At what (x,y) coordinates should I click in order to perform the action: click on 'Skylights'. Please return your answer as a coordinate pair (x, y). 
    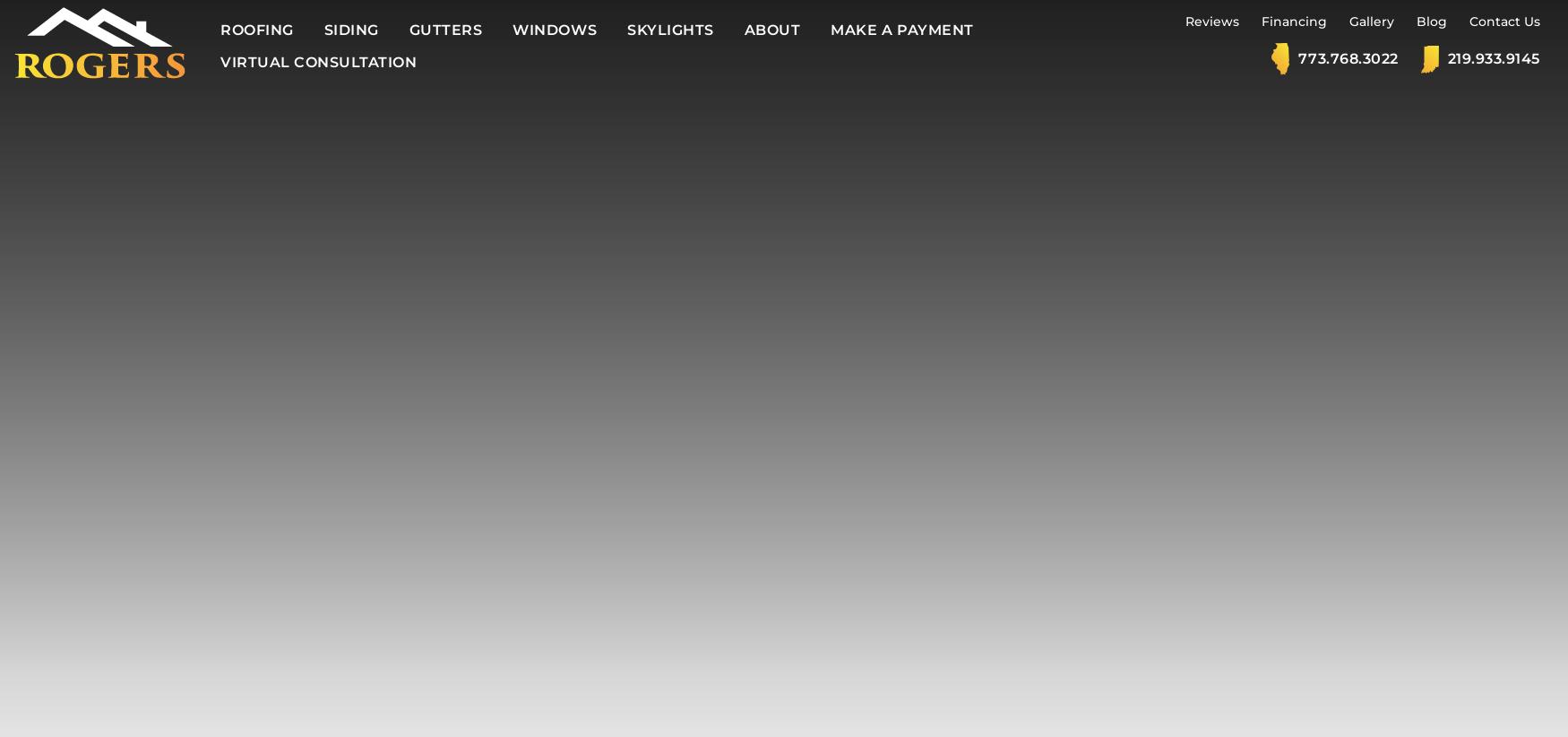
    Looking at the image, I should click on (627, 29).